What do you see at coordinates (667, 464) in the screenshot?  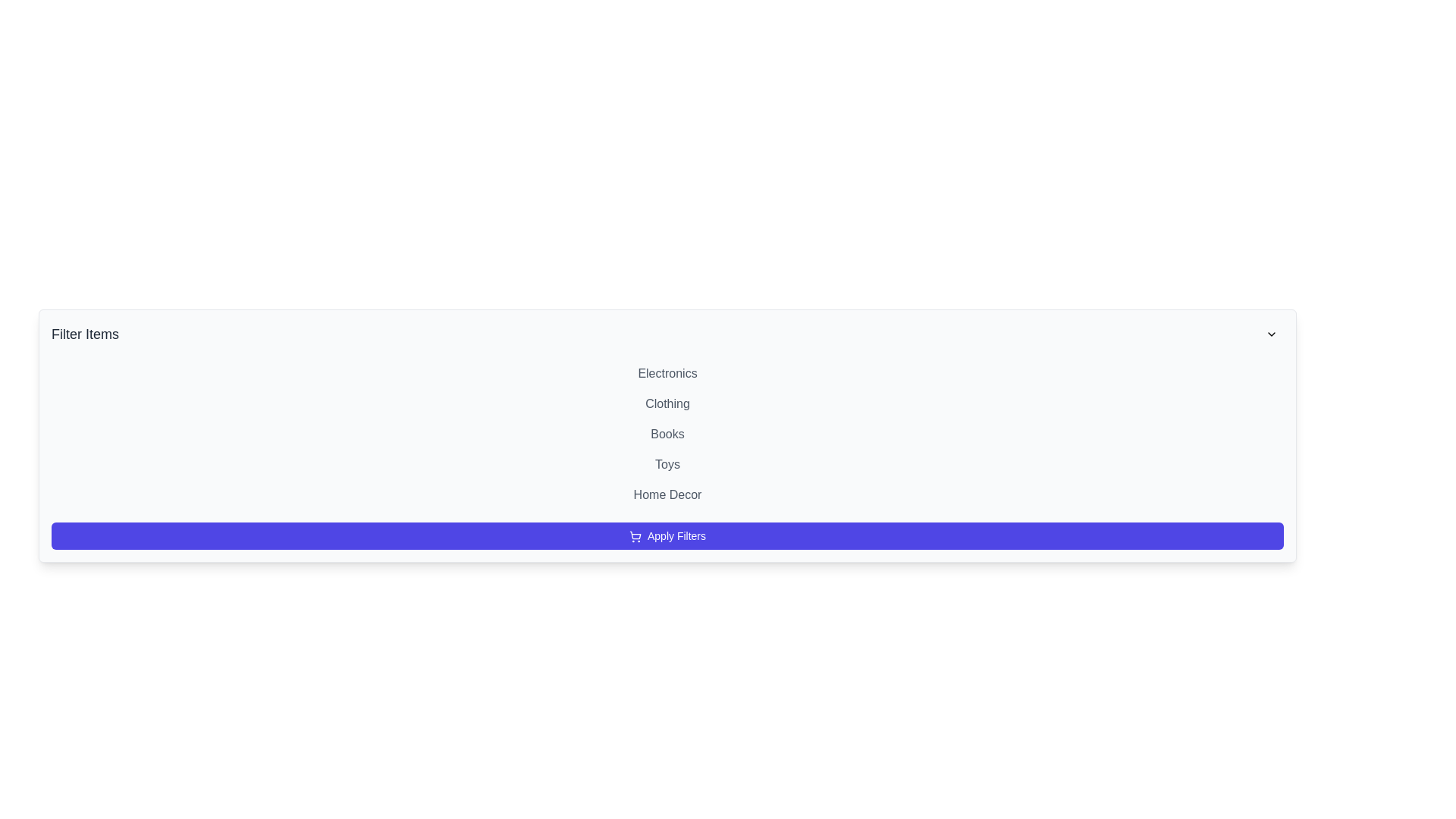 I see `the fourth list item in the vertical list that serves to filter items by the 'Toys' category, positioned between 'Books' and 'Home Decor'` at bounding box center [667, 464].